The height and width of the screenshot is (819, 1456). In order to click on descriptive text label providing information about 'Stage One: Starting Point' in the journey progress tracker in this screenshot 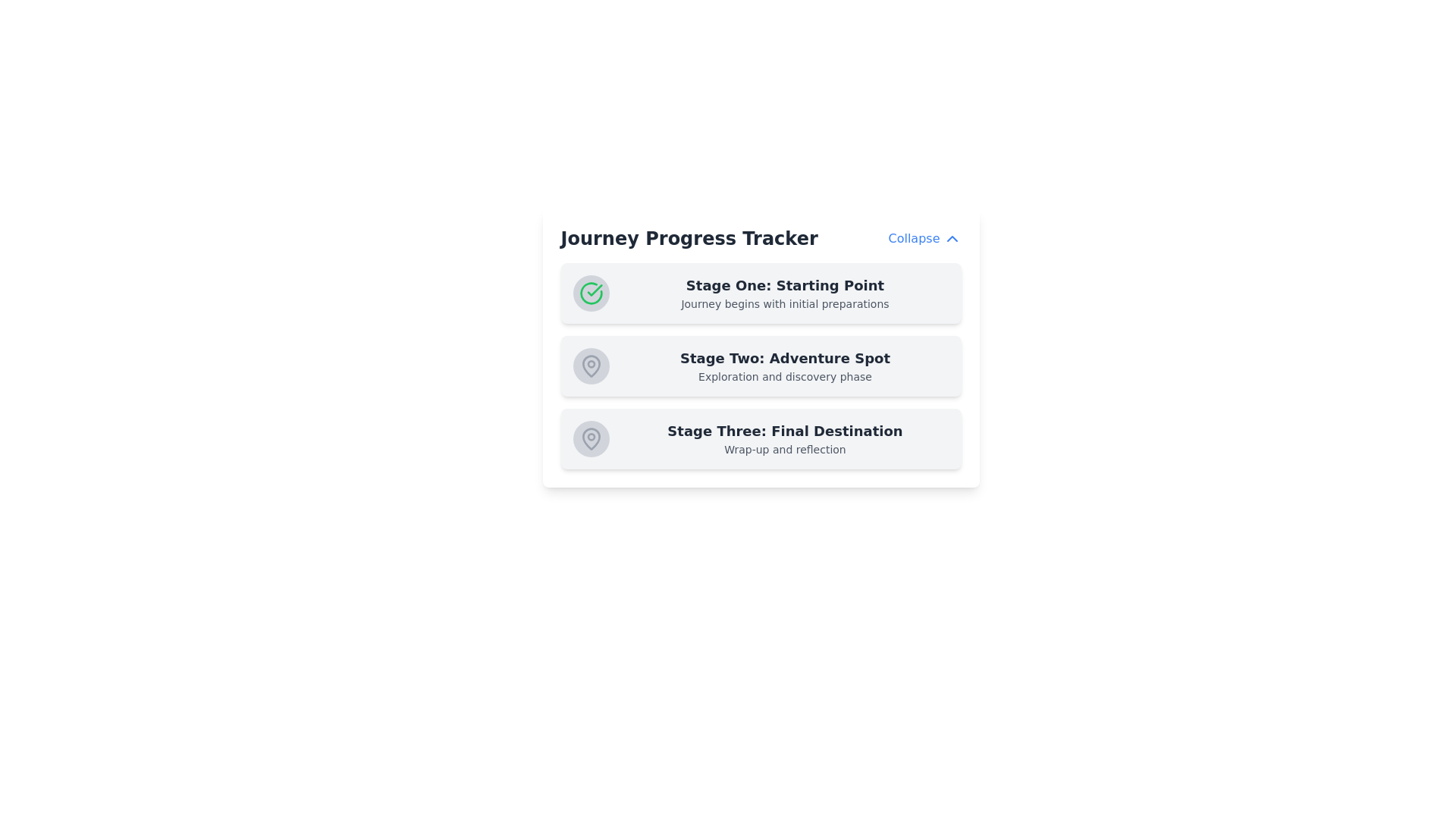, I will do `click(785, 304)`.